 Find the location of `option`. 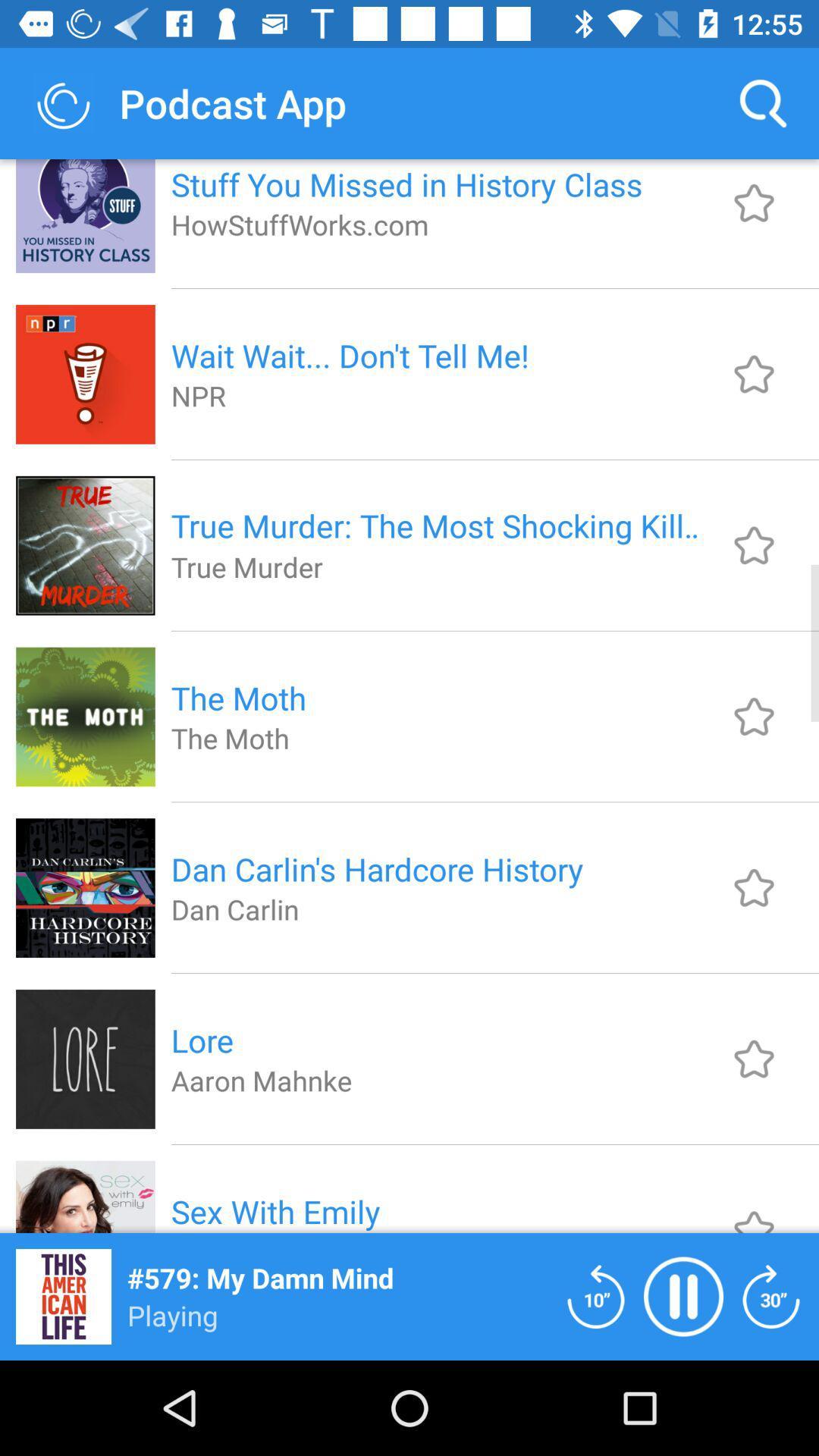

option is located at coordinates (754, 202).